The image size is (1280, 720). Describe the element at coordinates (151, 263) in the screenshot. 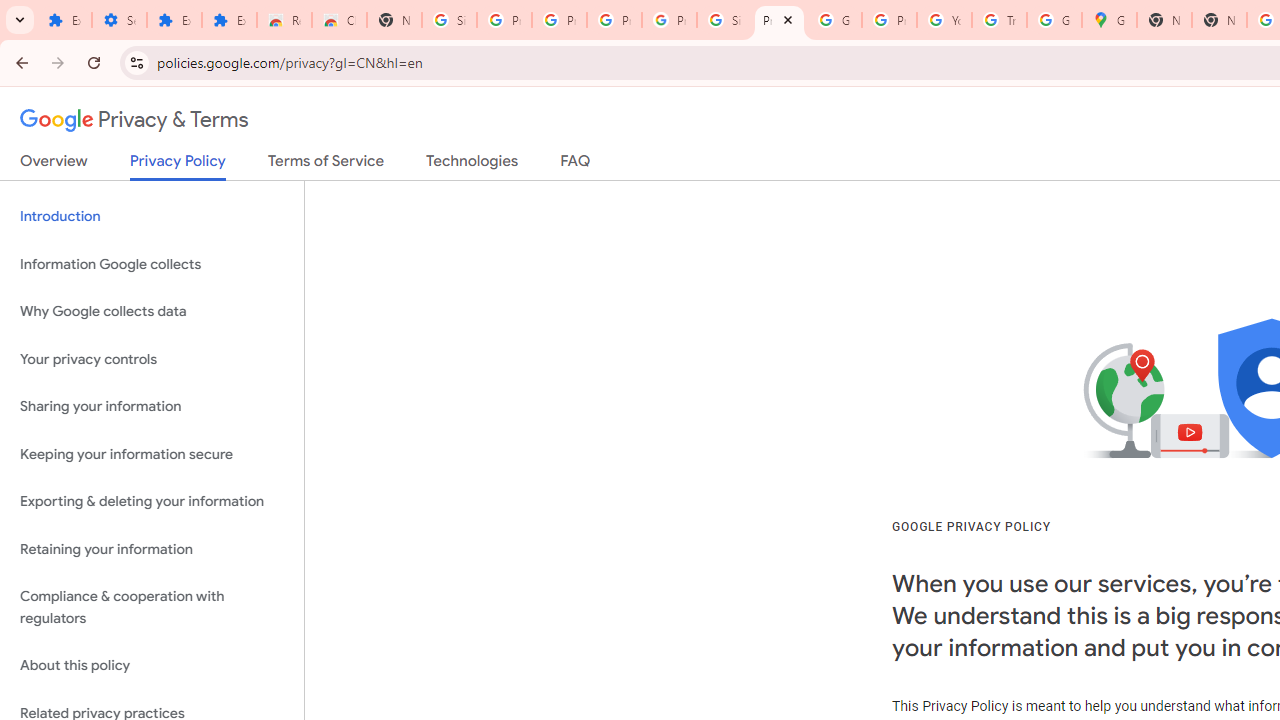

I see `'Information Google collects'` at that location.